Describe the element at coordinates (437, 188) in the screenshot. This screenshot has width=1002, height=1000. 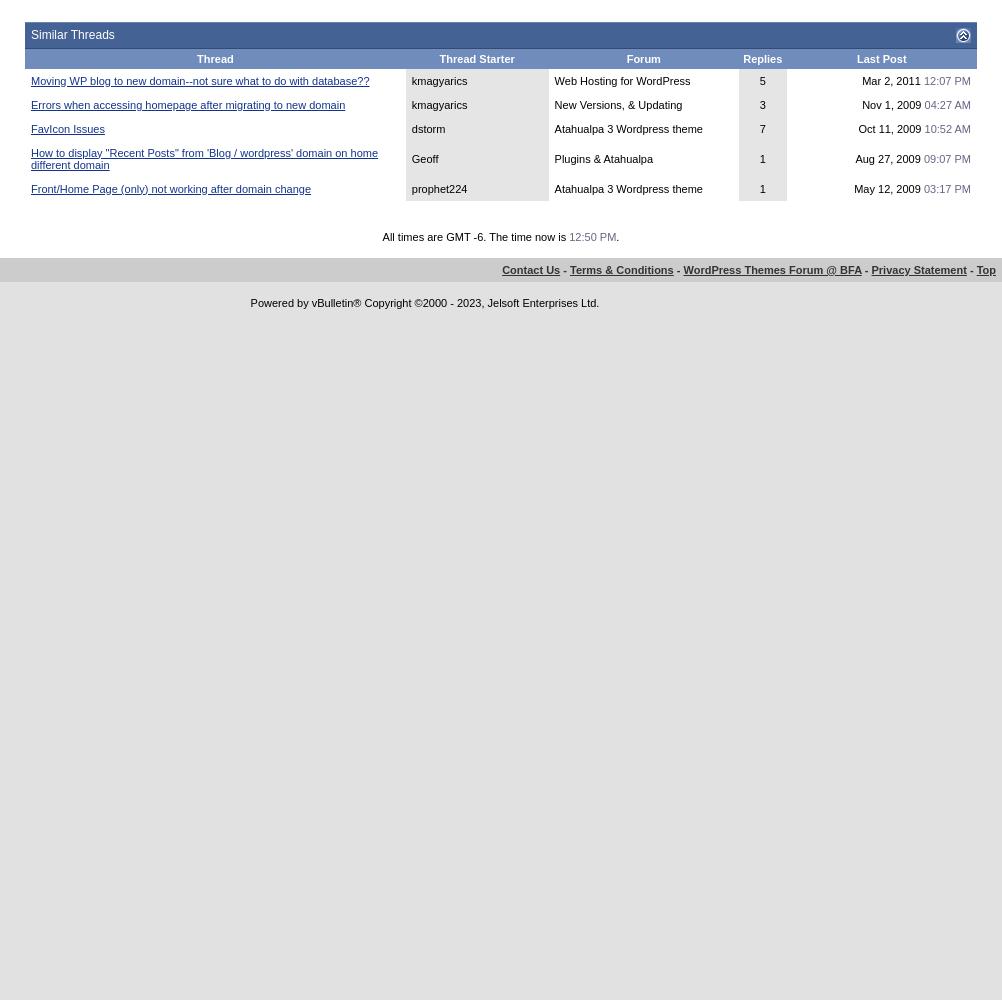
I see `'prophet224'` at that location.